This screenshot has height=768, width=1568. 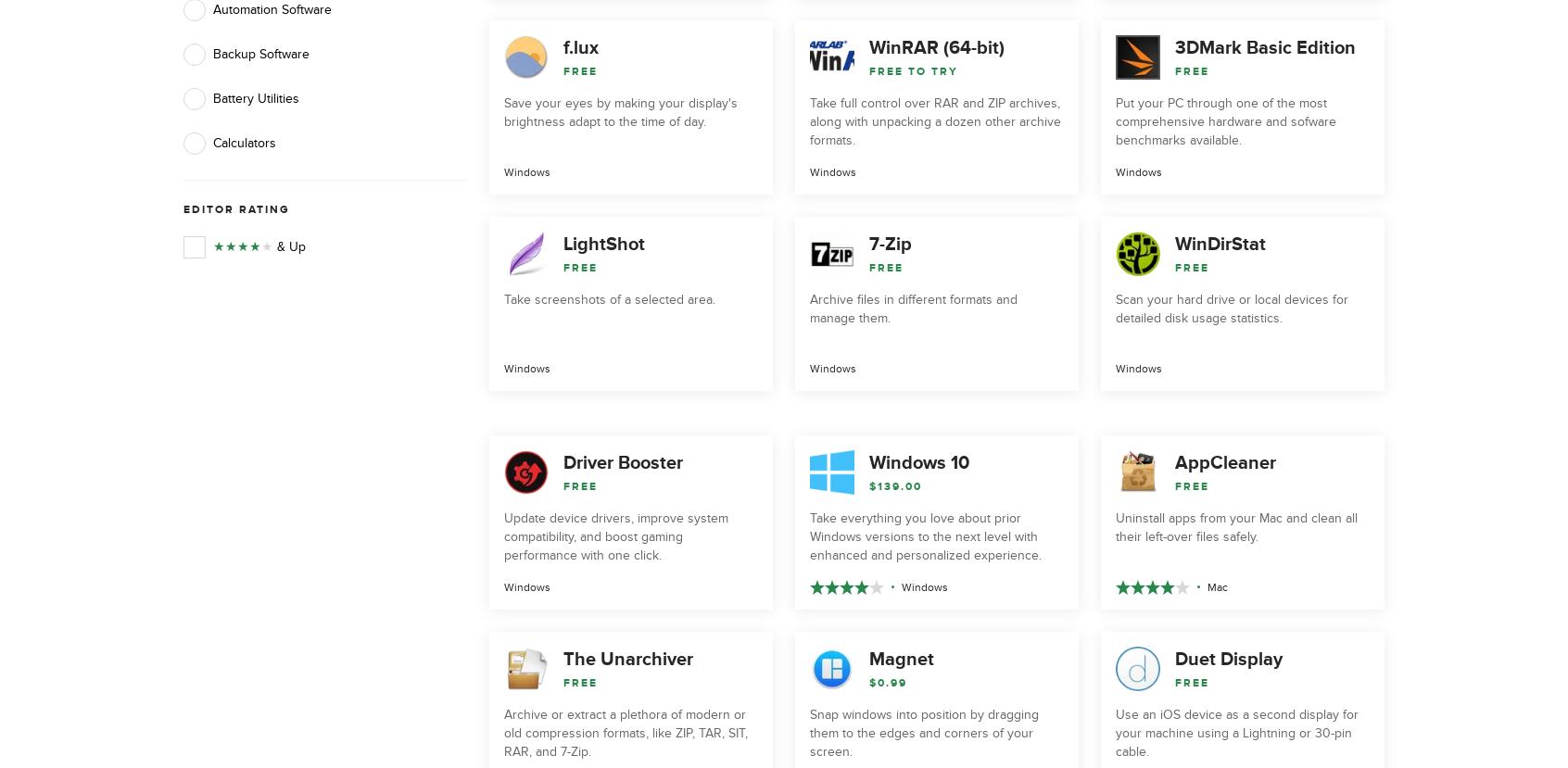 I want to click on '$0.99', so click(x=888, y=681).